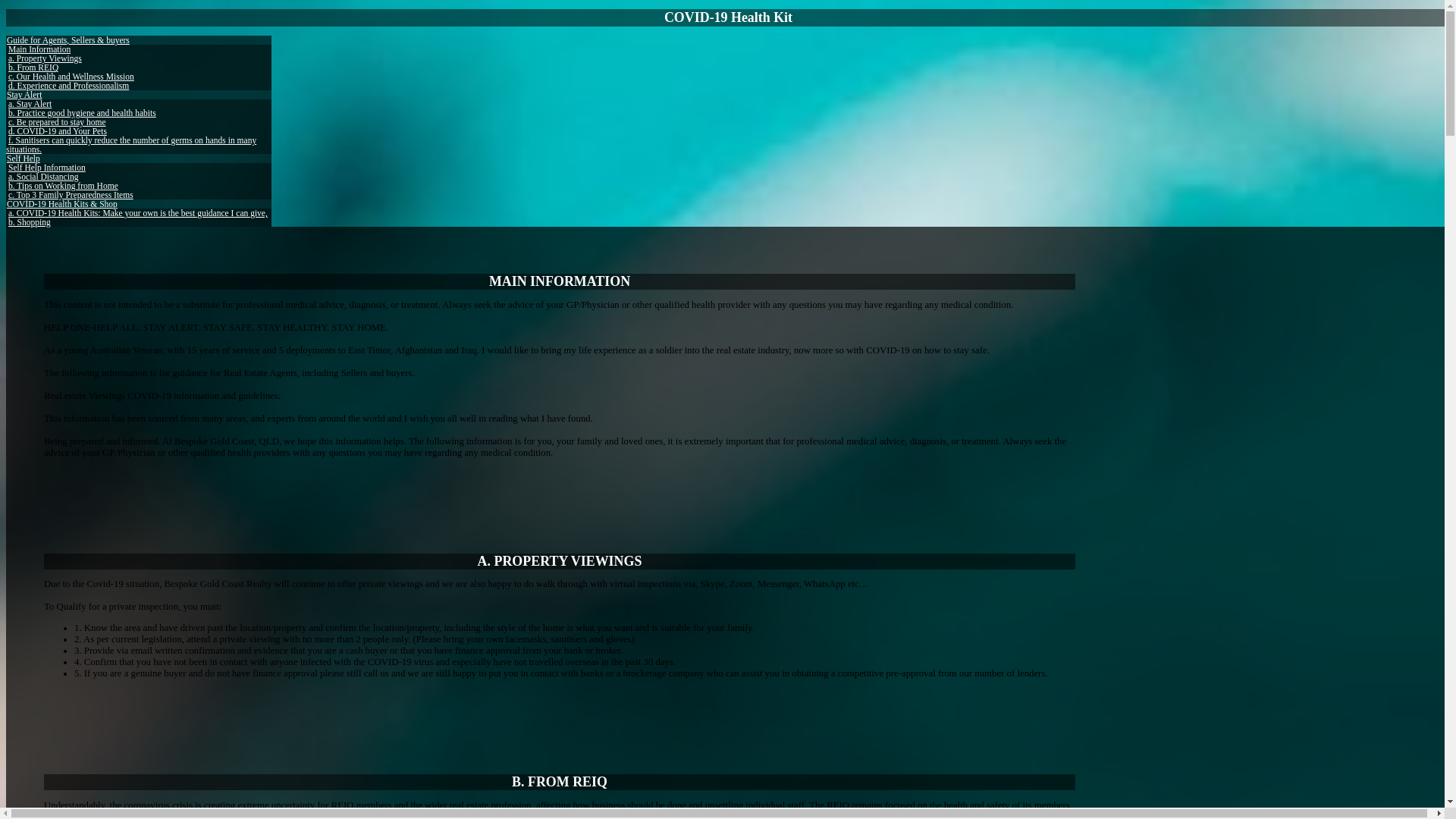 The image size is (1456, 819). I want to click on 'COVID-19 Health Kits & Shop', so click(61, 203).